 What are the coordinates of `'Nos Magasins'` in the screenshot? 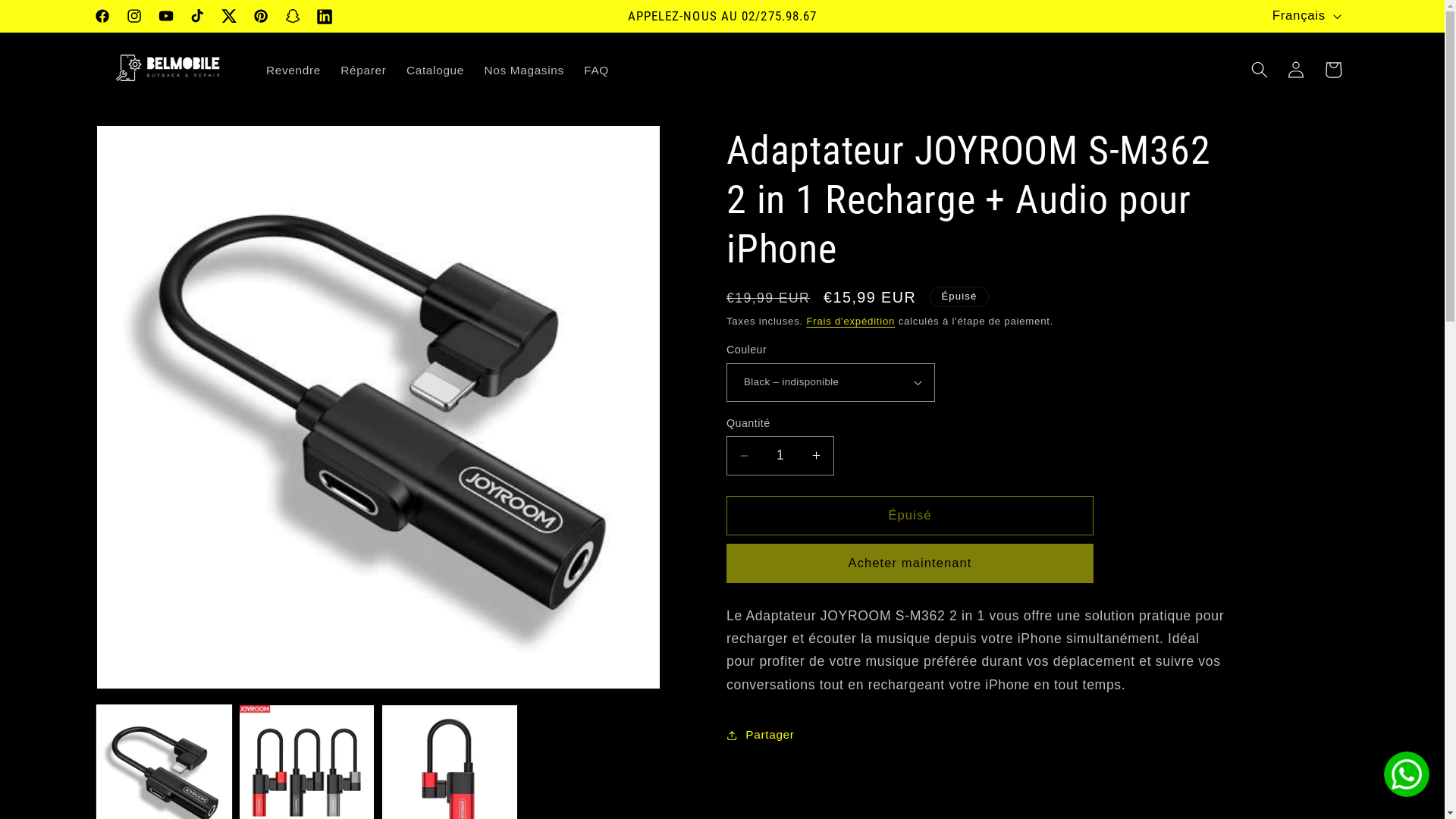 It's located at (524, 70).